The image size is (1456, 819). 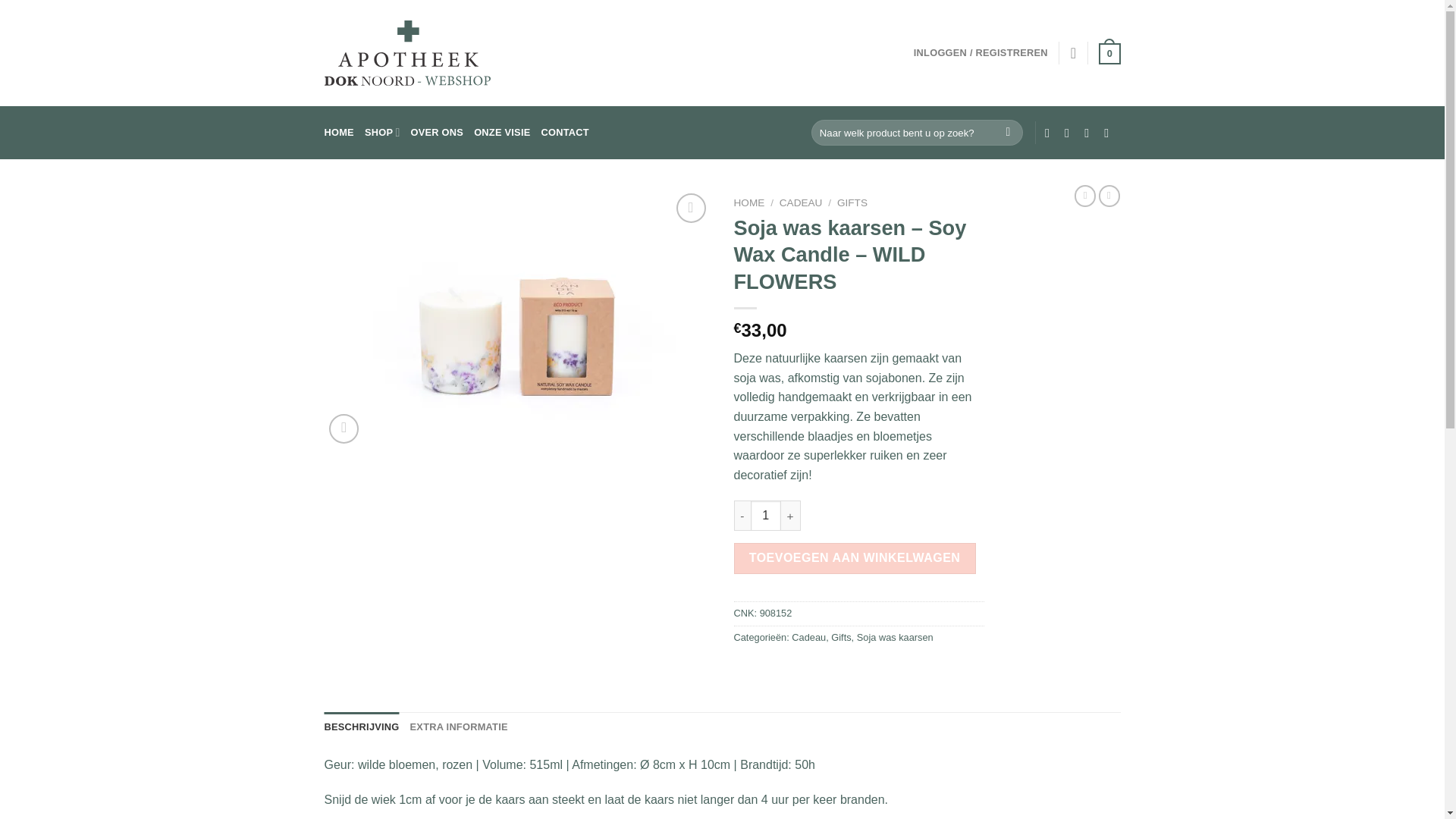 What do you see at coordinates (981, 52) in the screenshot?
I see `'INLOGGEN / REGISTREREN'` at bounding box center [981, 52].